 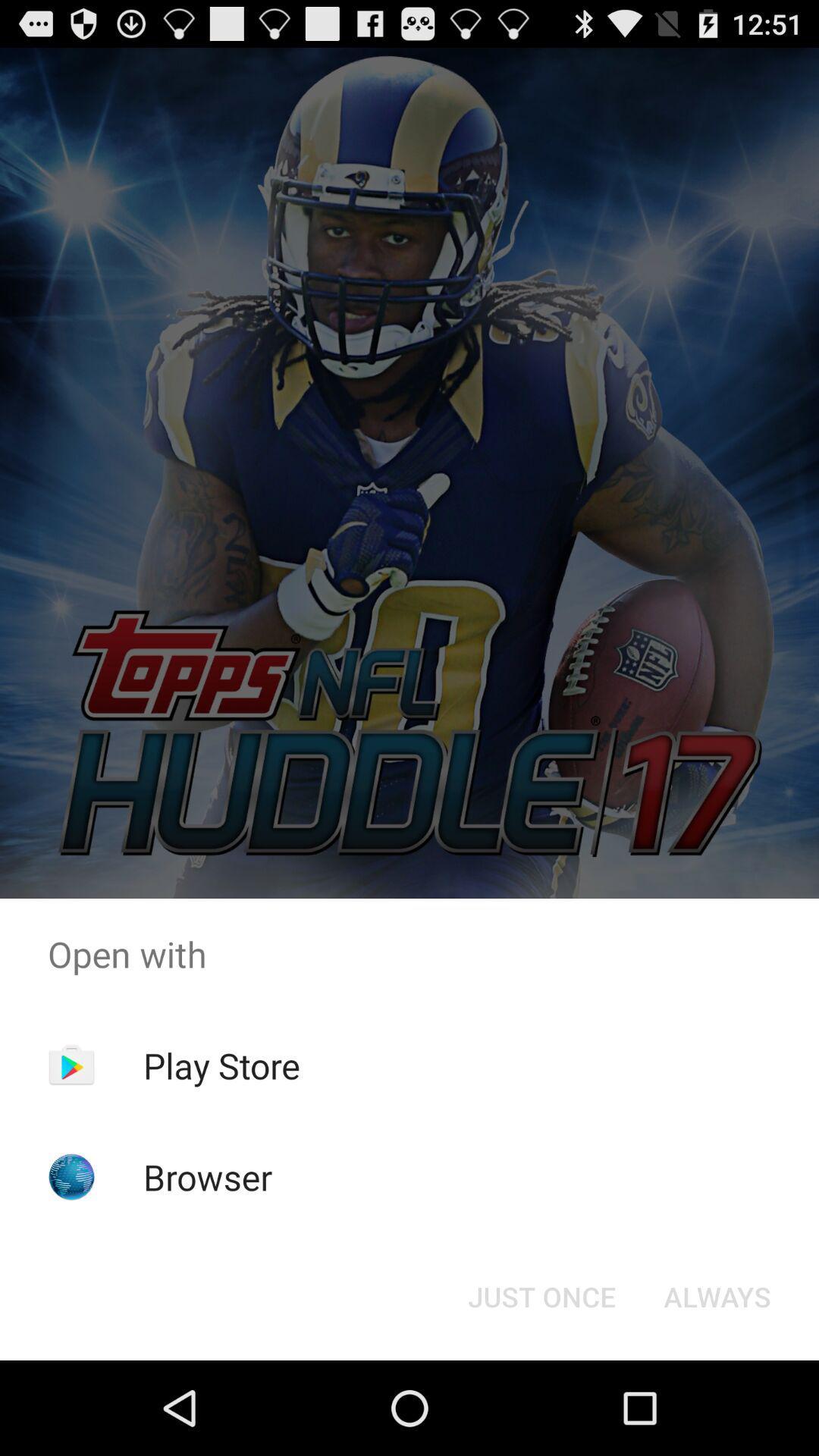 I want to click on item next to the just once item, so click(x=717, y=1295).